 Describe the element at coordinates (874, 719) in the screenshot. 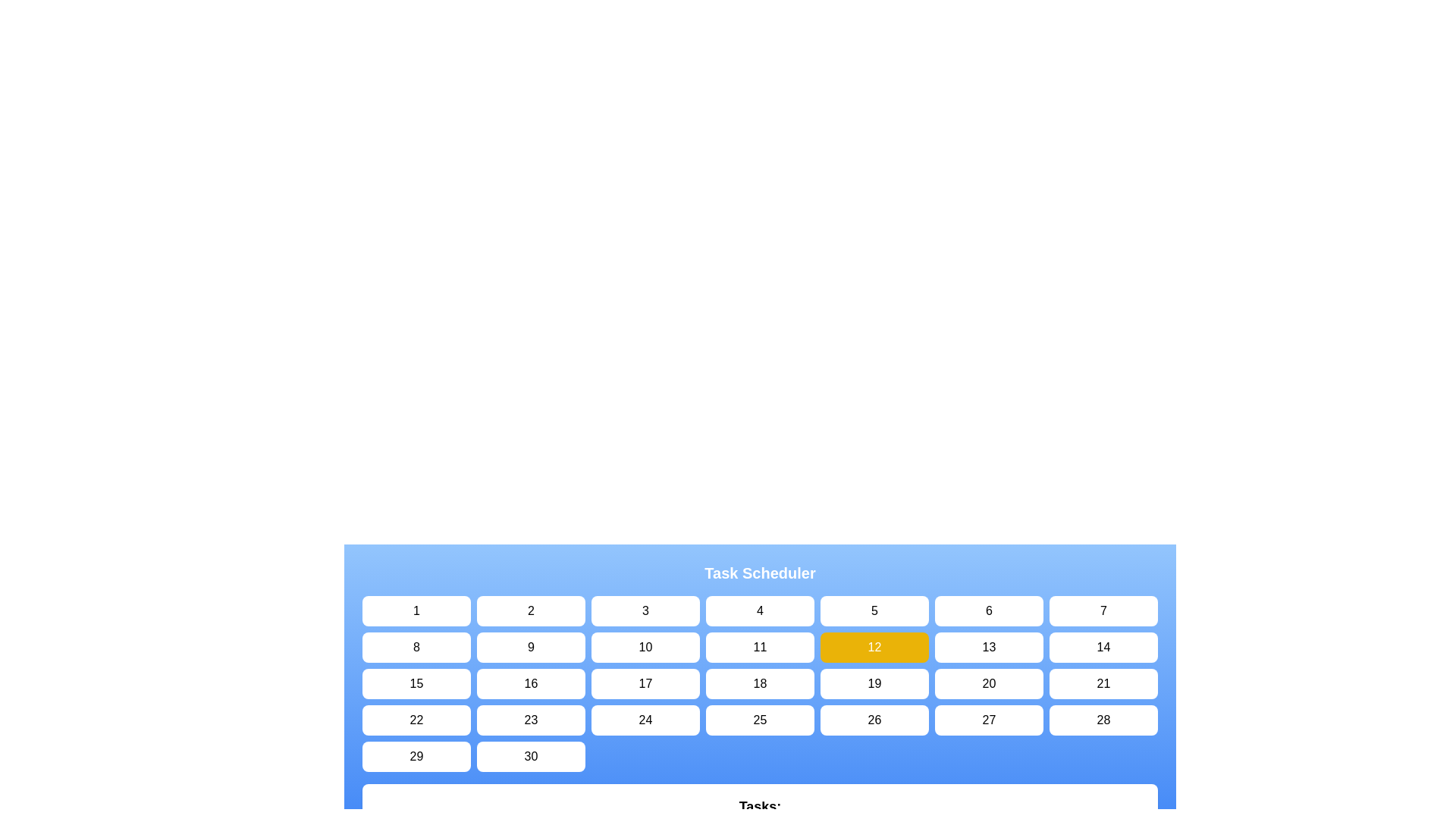

I see `the button displaying the number '26' with a white background and rounded corners, located in the 4th row and 5th position of a 7-column grid layout` at that location.